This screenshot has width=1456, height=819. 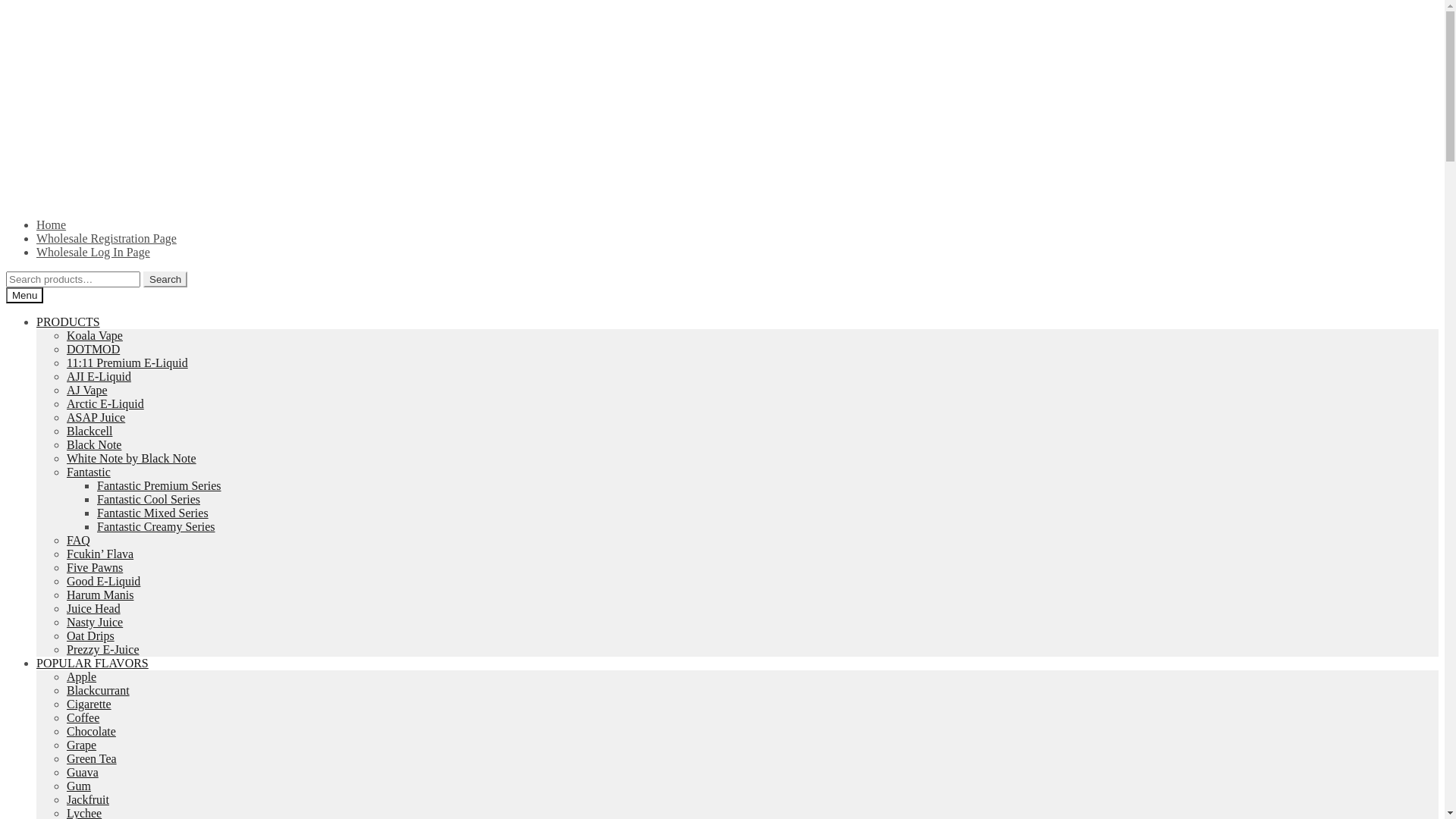 I want to click on 'Harum Manis', so click(x=99, y=594).